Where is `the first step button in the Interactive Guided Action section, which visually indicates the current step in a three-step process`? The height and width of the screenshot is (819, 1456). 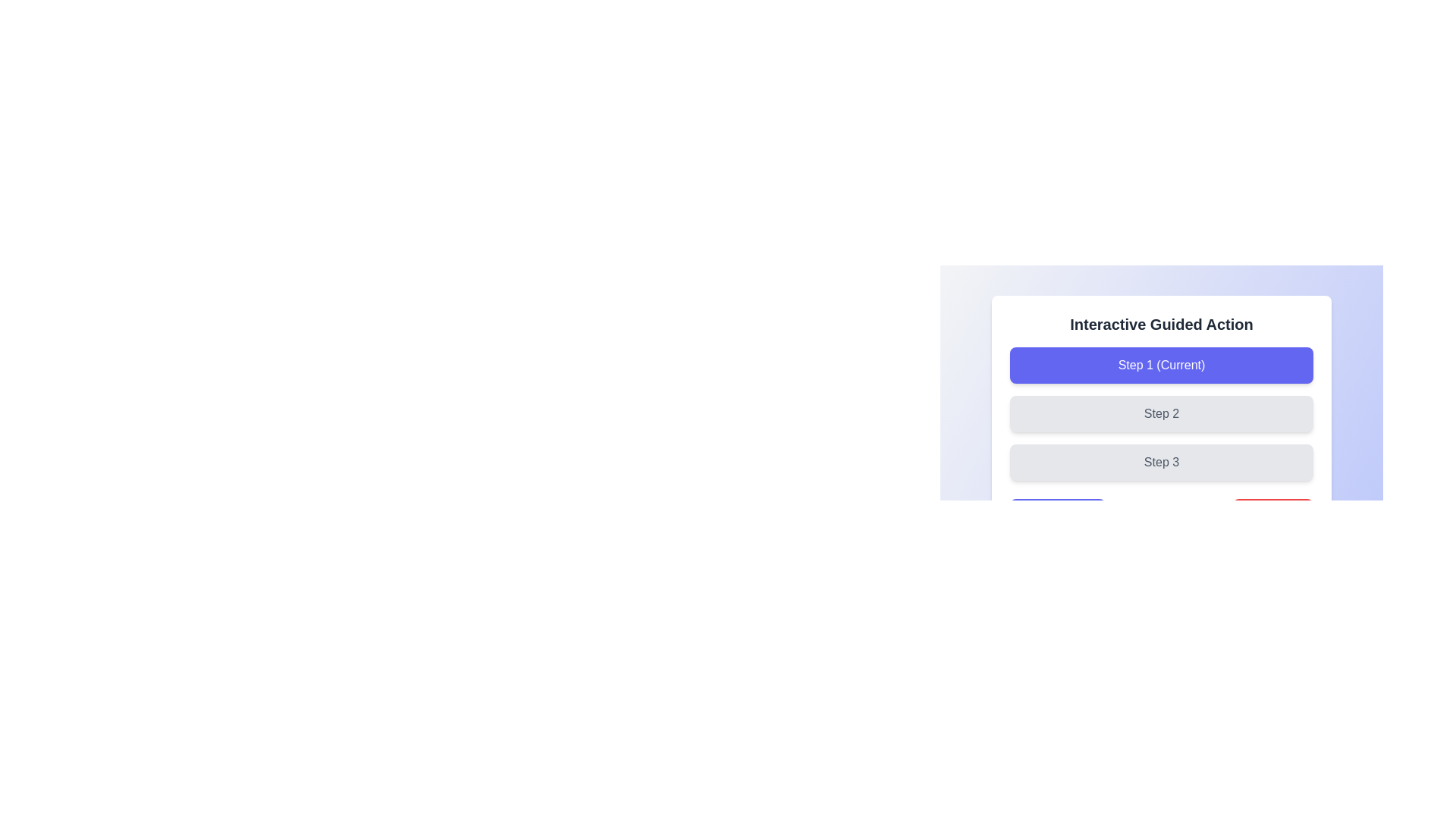 the first step button in the Interactive Guided Action section, which visually indicates the current step in a three-step process is located at coordinates (1160, 374).